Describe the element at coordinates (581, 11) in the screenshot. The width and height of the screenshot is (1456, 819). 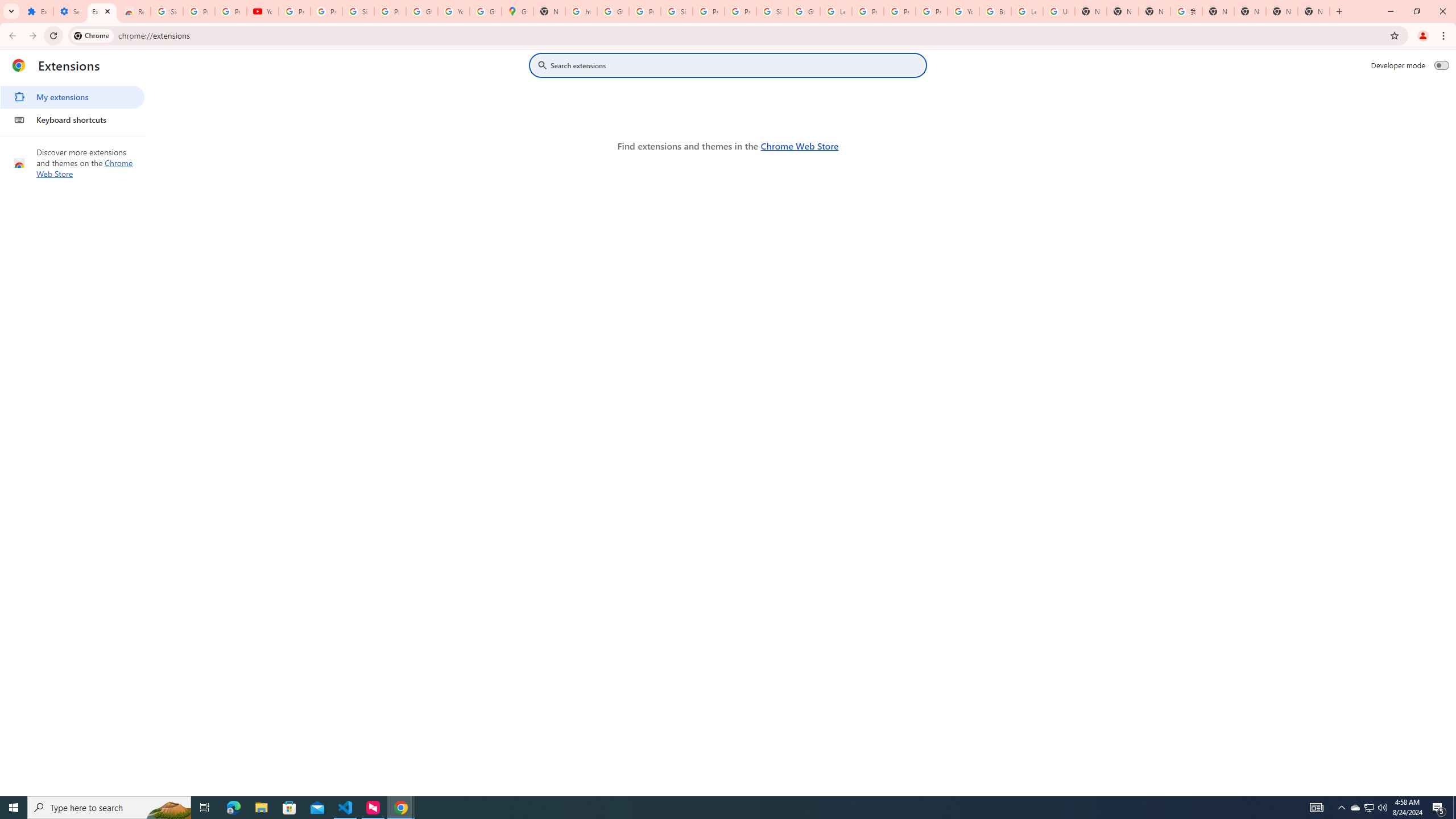
I see `'https://scholar.google.com/'` at that location.